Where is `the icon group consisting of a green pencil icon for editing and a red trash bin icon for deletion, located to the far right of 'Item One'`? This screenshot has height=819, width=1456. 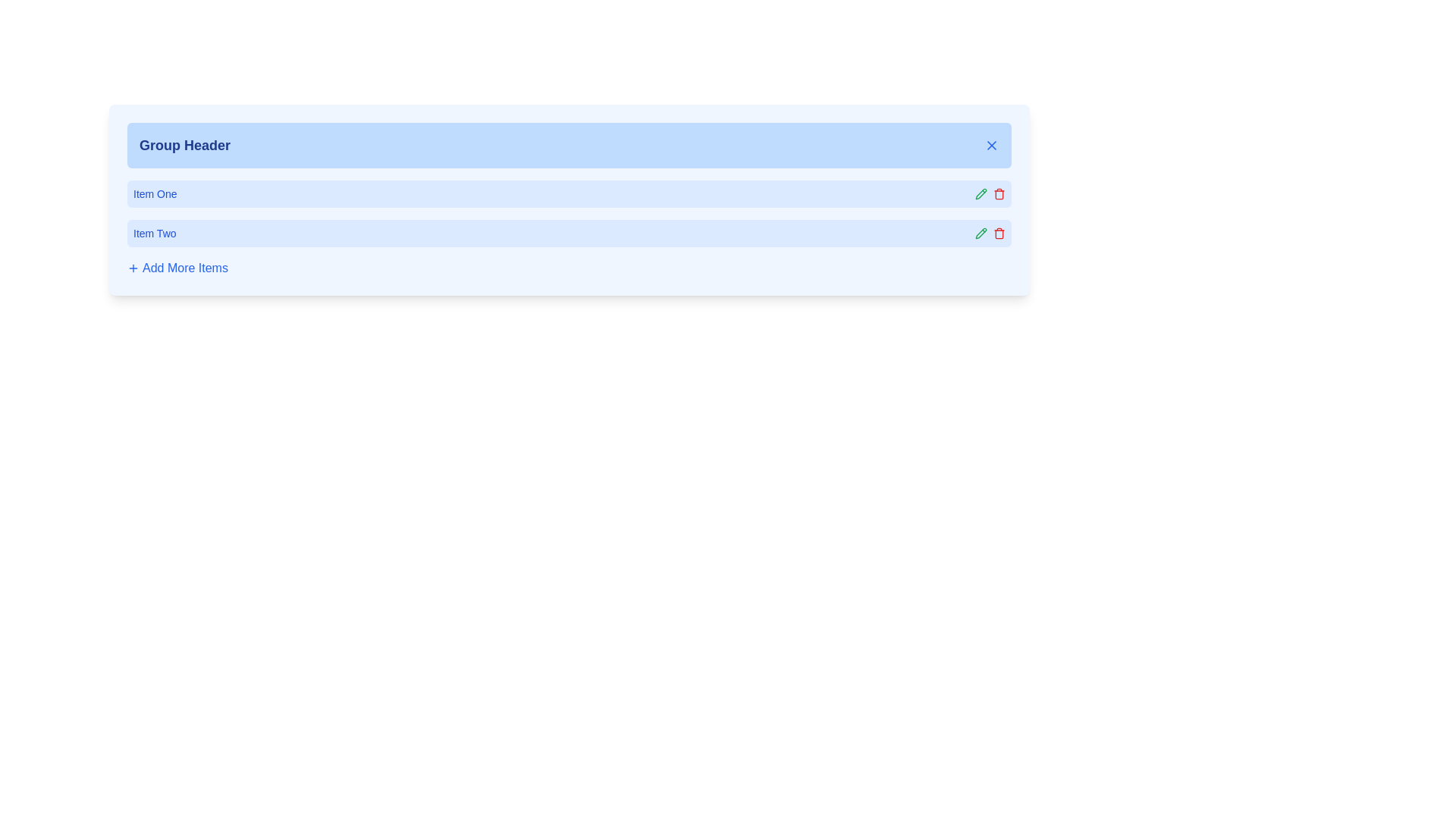
the icon group consisting of a green pencil icon for editing and a red trash bin icon for deletion, located to the far right of 'Item One' is located at coordinates (990, 193).